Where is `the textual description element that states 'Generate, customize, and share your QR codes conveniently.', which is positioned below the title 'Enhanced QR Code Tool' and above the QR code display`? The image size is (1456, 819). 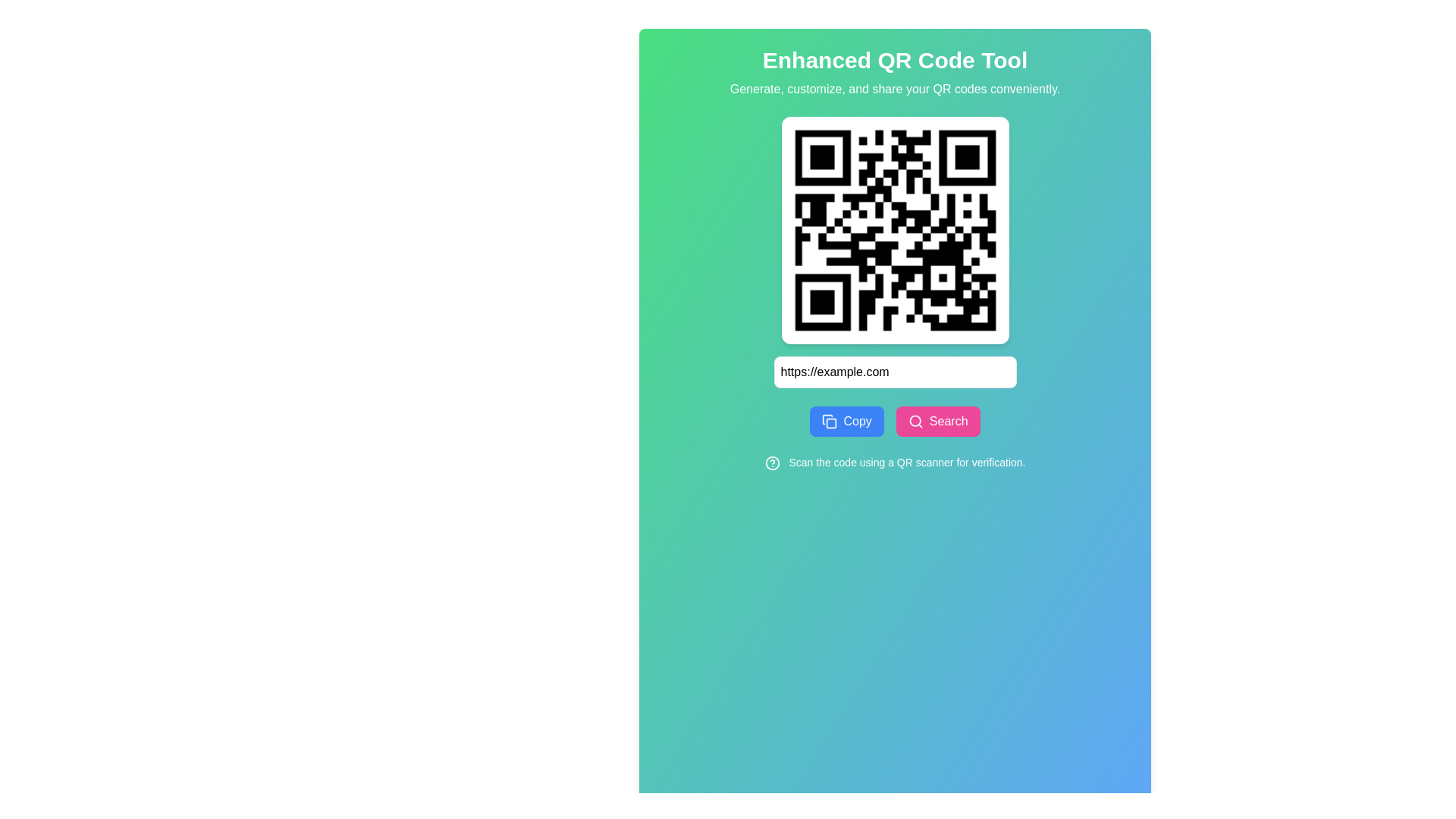 the textual description element that states 'Generate, customize, and share your QR codes conveniently.', which is positioned below the title 'Enhanced QR Code Tool' and above the QR code display is located at coordinates (895, 89).